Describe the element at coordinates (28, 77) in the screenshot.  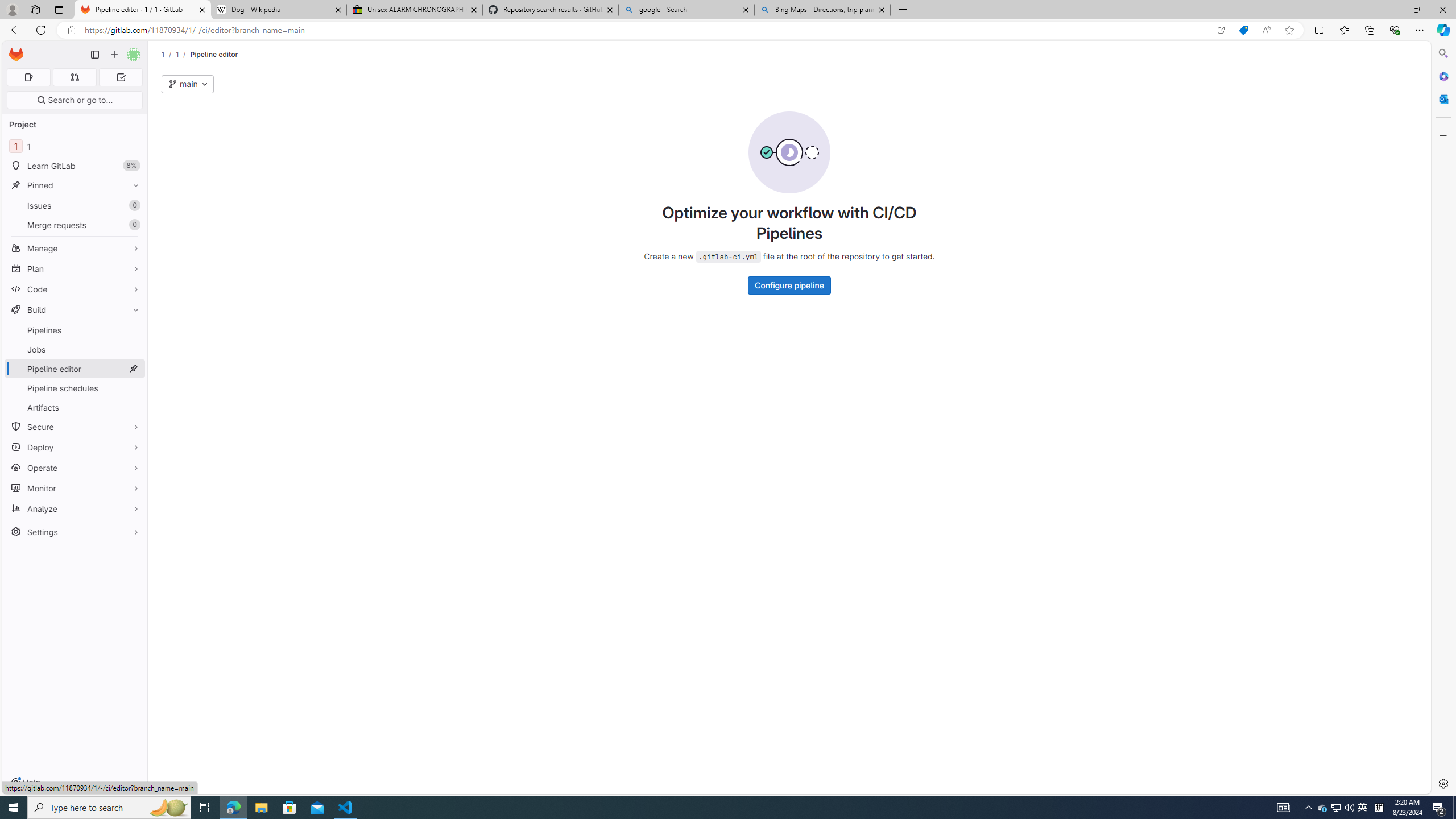
I see `'Assigned issues 0'` at that location.